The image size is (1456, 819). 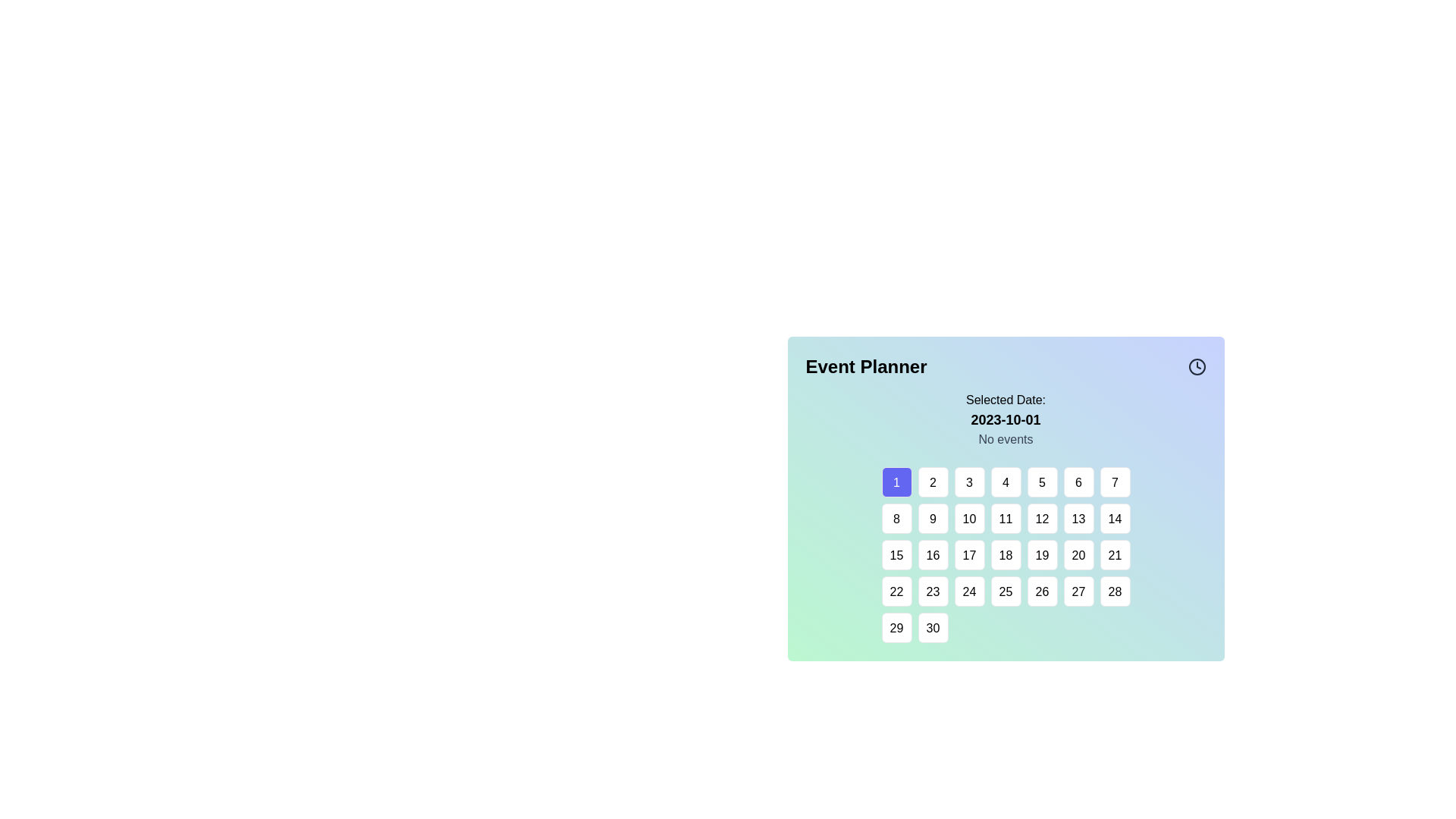 I want to click on the square button labeled '30' with a white background and rounded corners, so click(x=932, y=628).